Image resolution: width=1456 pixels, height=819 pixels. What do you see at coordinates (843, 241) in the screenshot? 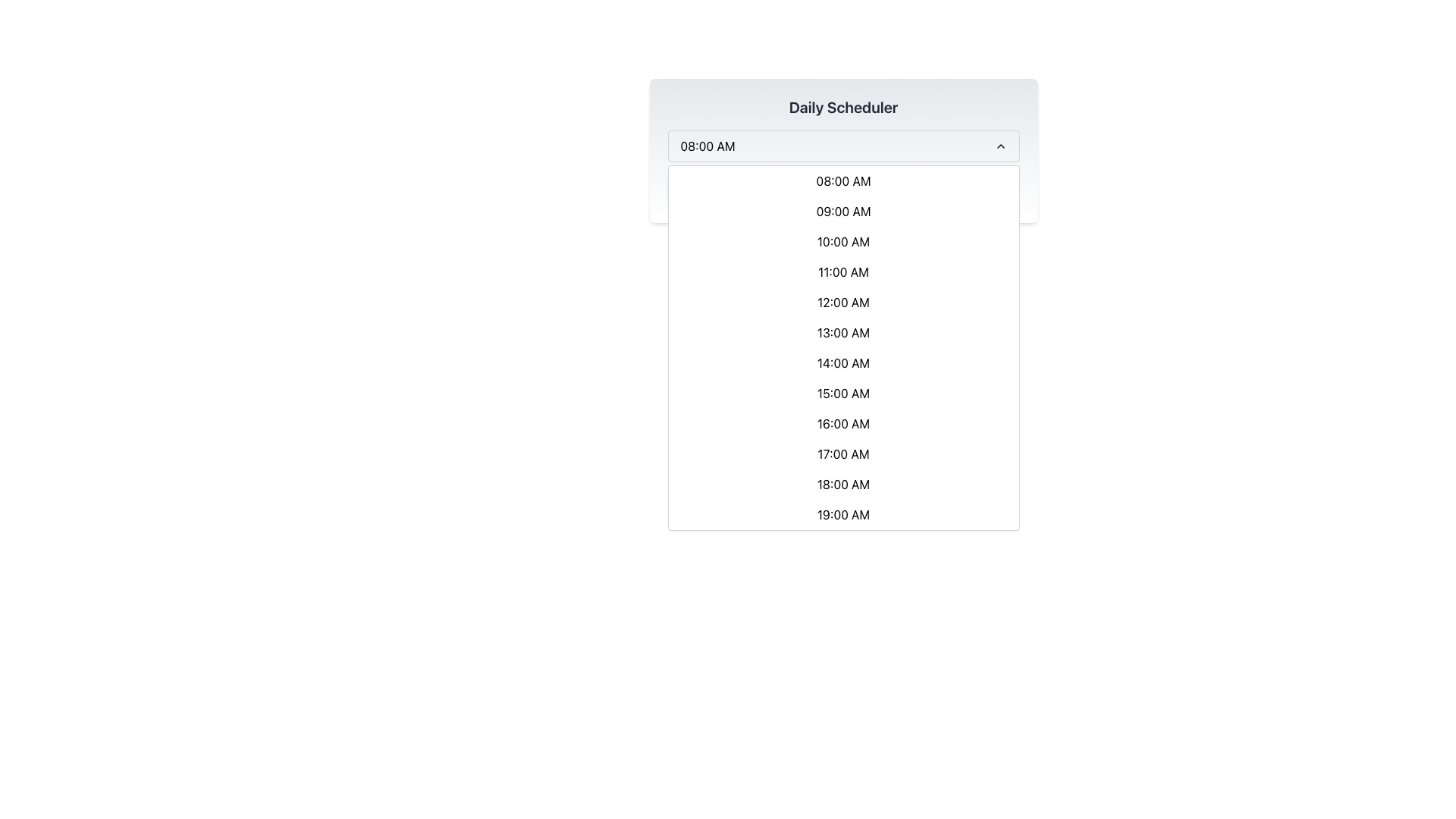
I see `the third timestamp option in the Daily Scheduler time picker` at bounding box center [843, 241].